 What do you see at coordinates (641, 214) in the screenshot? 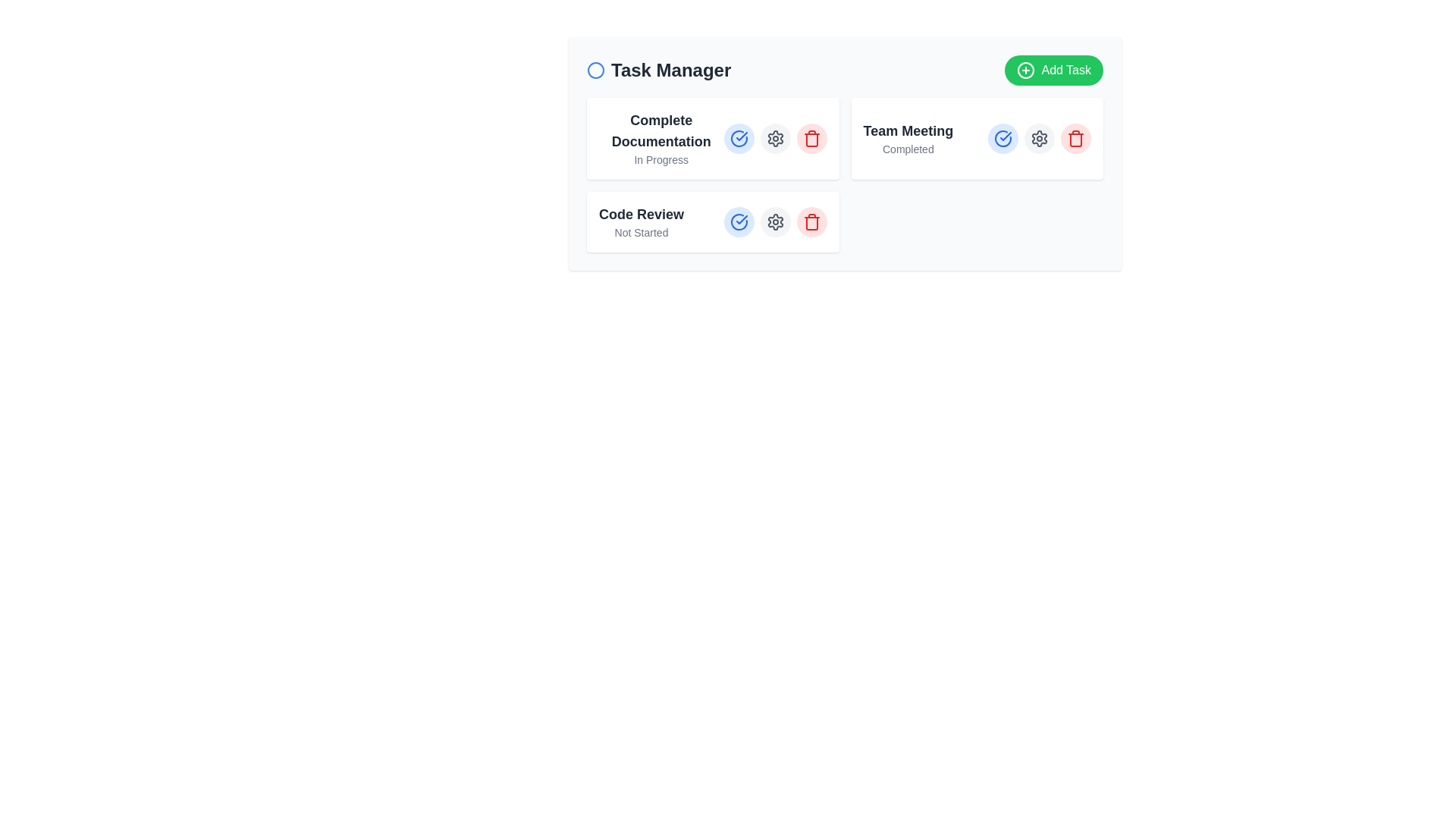
I see `the 'Code Review' text label in the task manager interface, which identifies the task and is located in the lower-left card of the task list` at bounding box center [641, 214].